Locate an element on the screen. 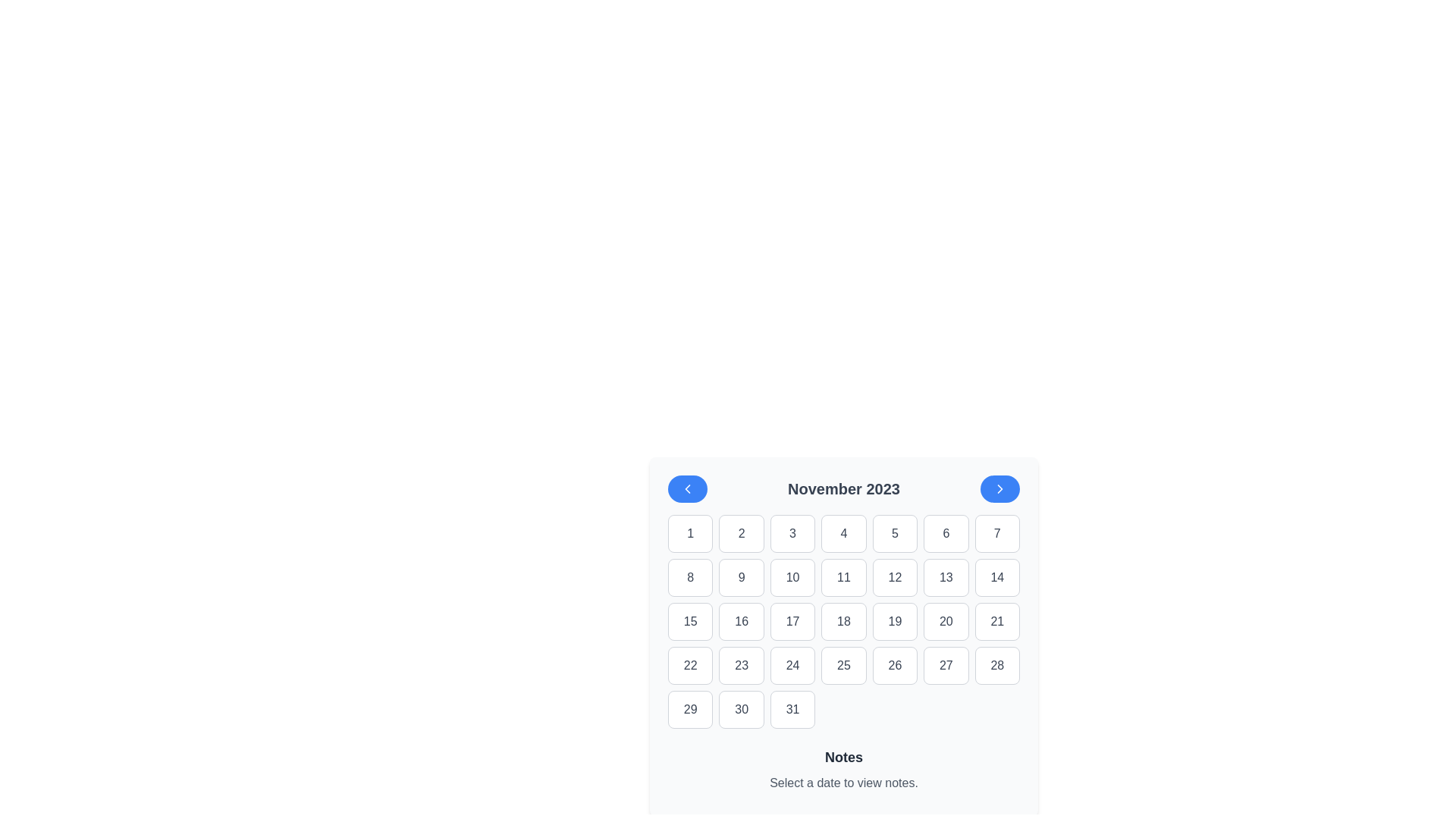 The image size is (1456, 819). the square button with a white background and '27' text is located at coordinates (945, 665).